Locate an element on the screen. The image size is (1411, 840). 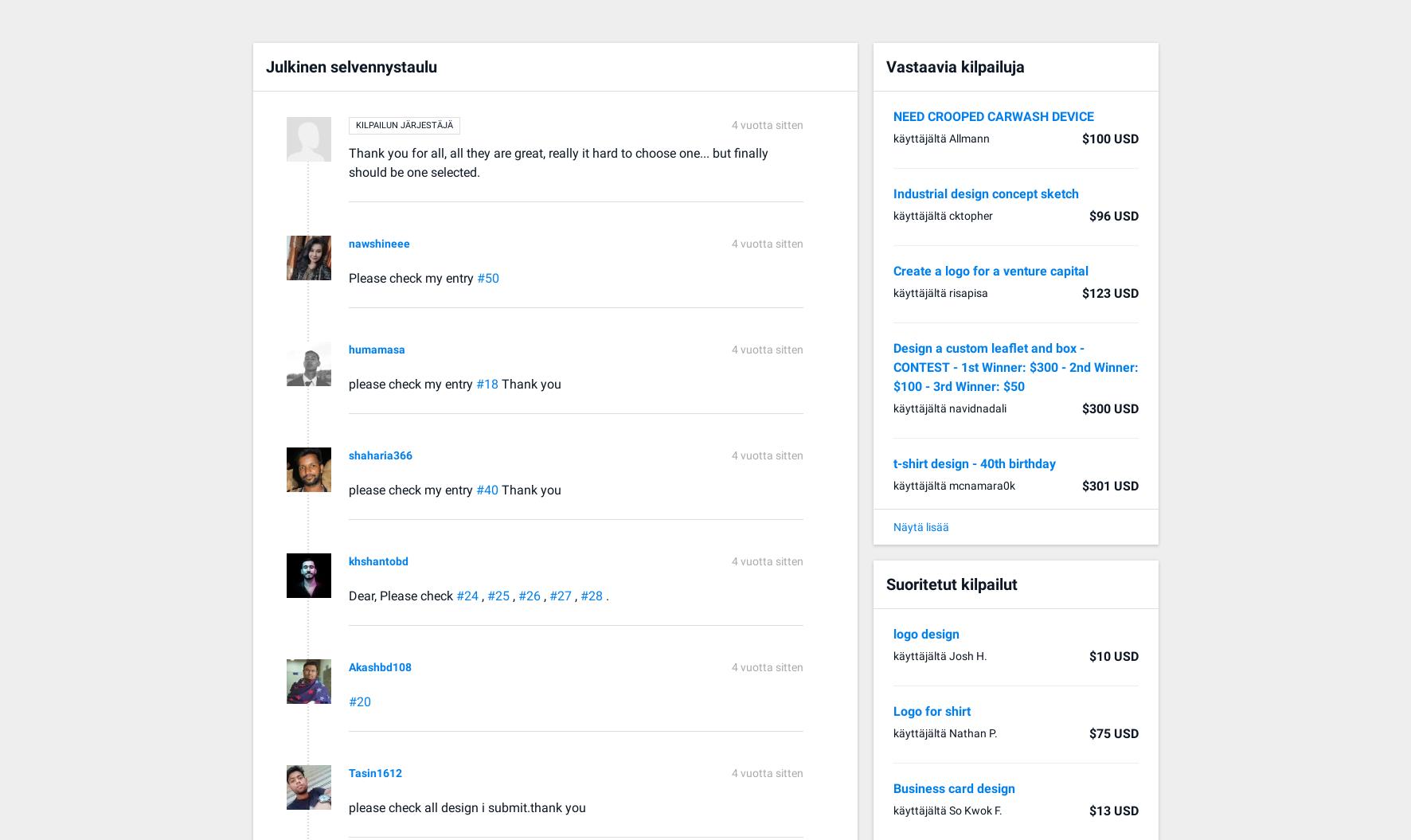
'käyttäjältä So Kwok F.' is located at coordinates (946, 809).